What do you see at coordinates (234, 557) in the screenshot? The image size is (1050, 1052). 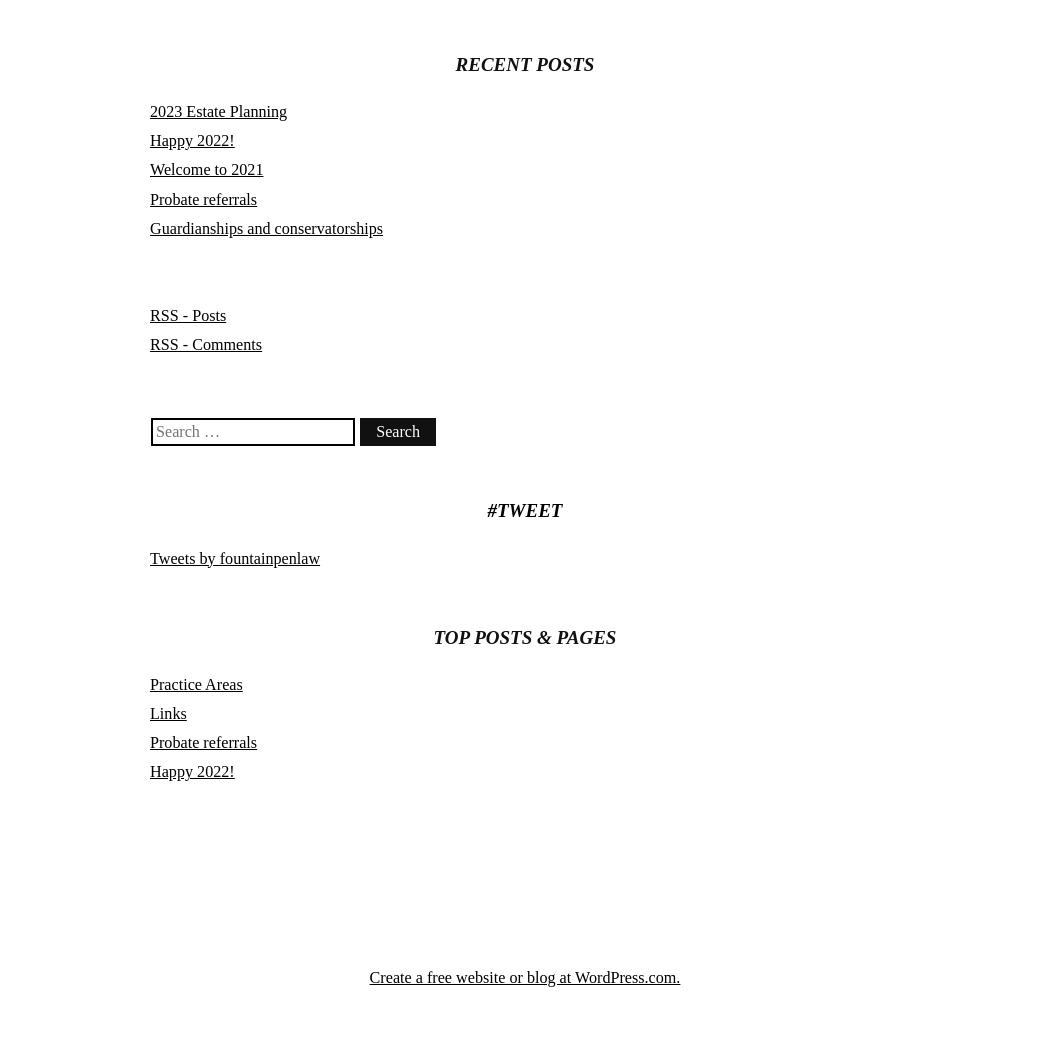 I see `'Tweets by fountainpenlaw'` at bounding box center [234, 557].